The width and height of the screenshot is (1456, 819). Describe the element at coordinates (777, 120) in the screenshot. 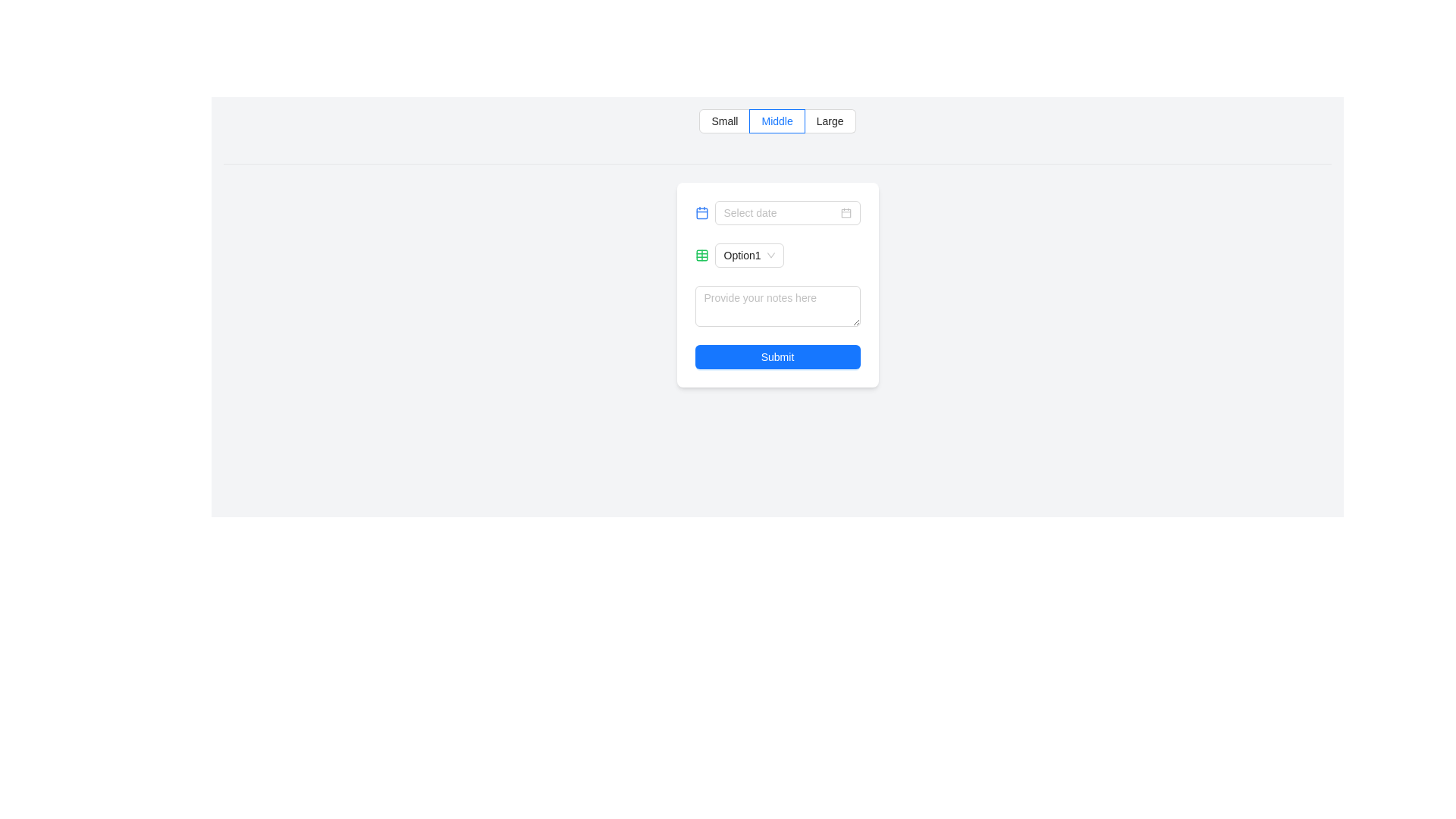

I see `to select the 'Middle' radio button option, which is visually represented by the label 'Middle' in blue font, centrally located between 'Small' and 'Large' in a horizontal group of three options` at that location.